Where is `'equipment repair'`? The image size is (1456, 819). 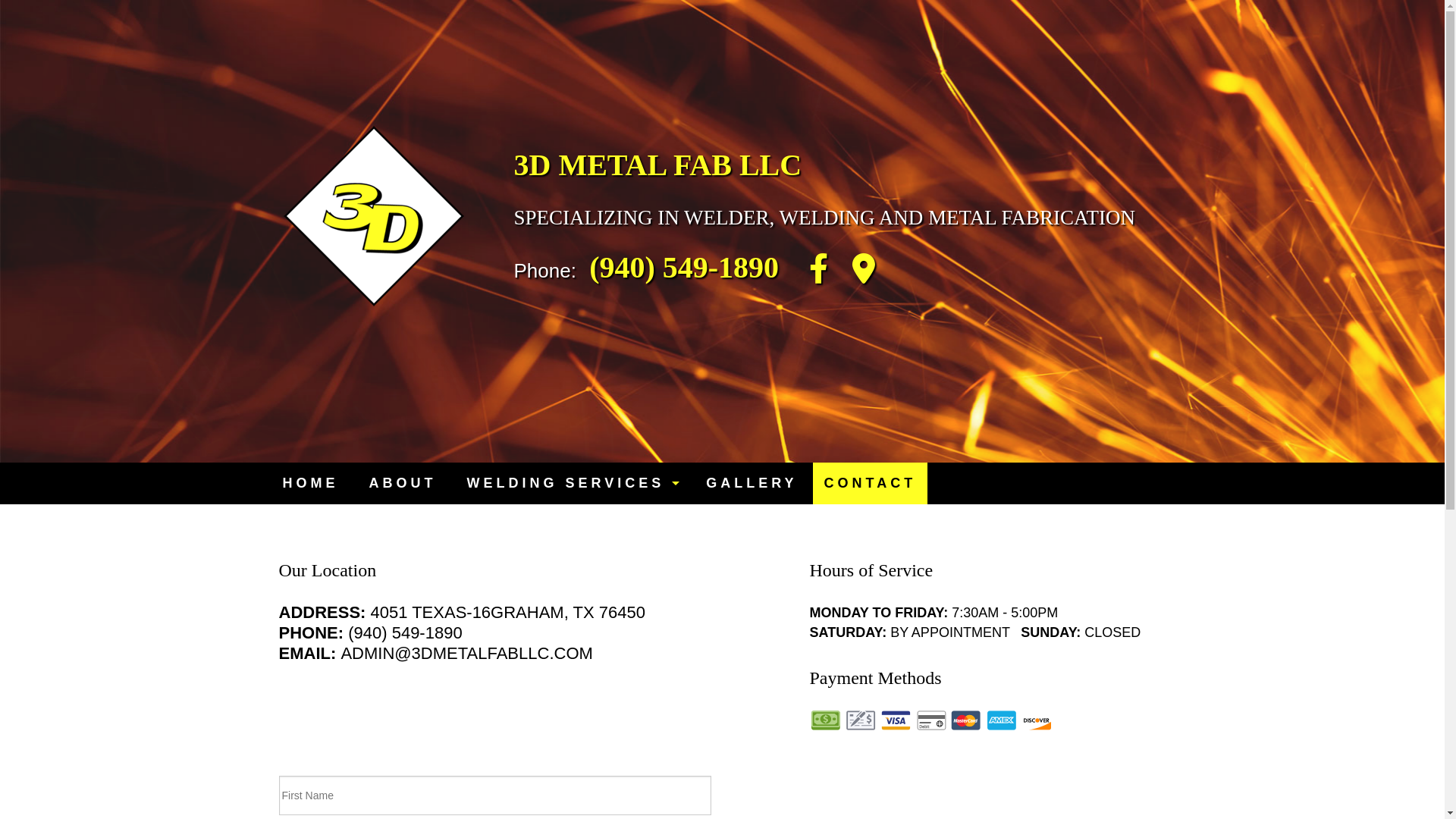
'equipment repair' is located at coordinates (570, 519).